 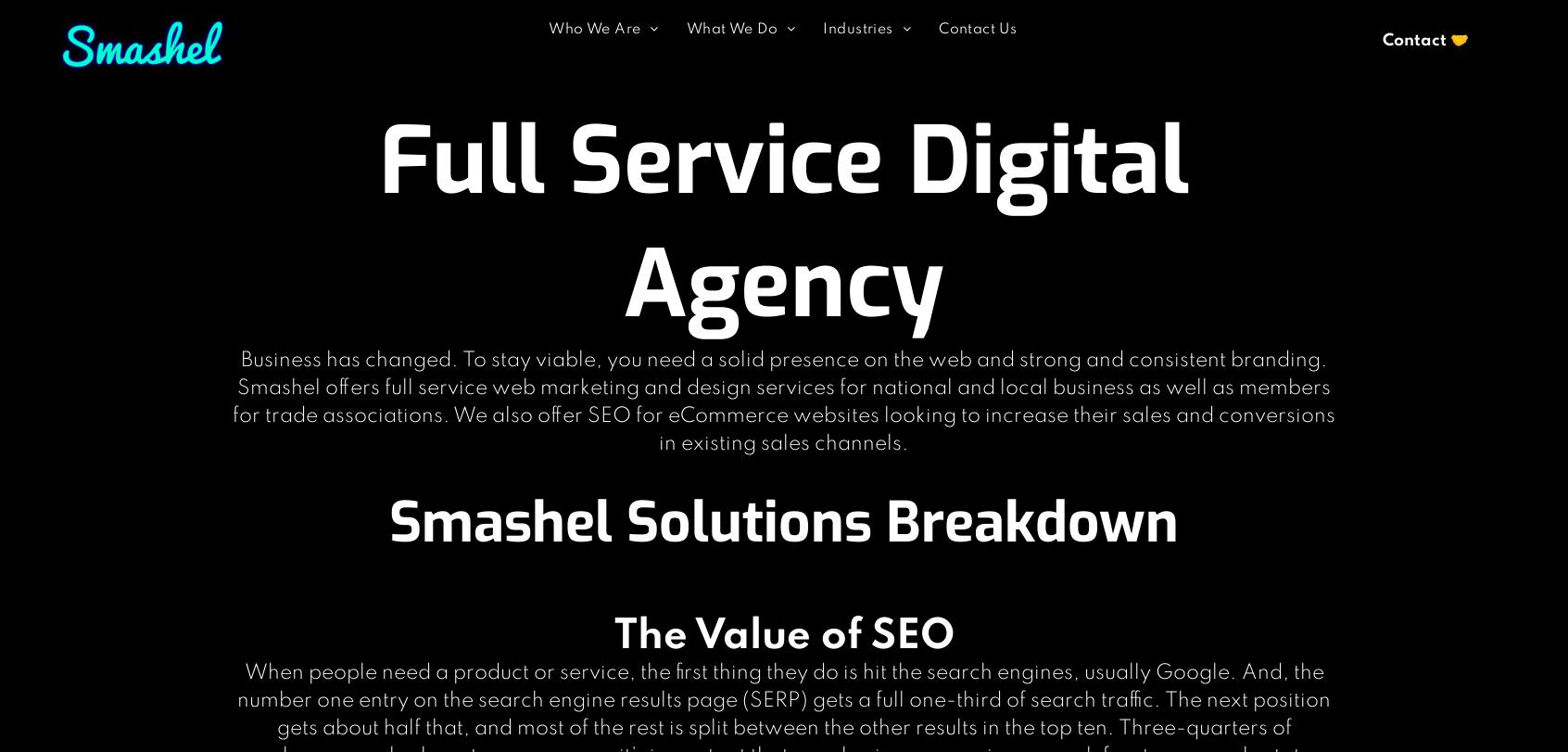 I want to click on 'Core Values', so click(x=605, y=53).